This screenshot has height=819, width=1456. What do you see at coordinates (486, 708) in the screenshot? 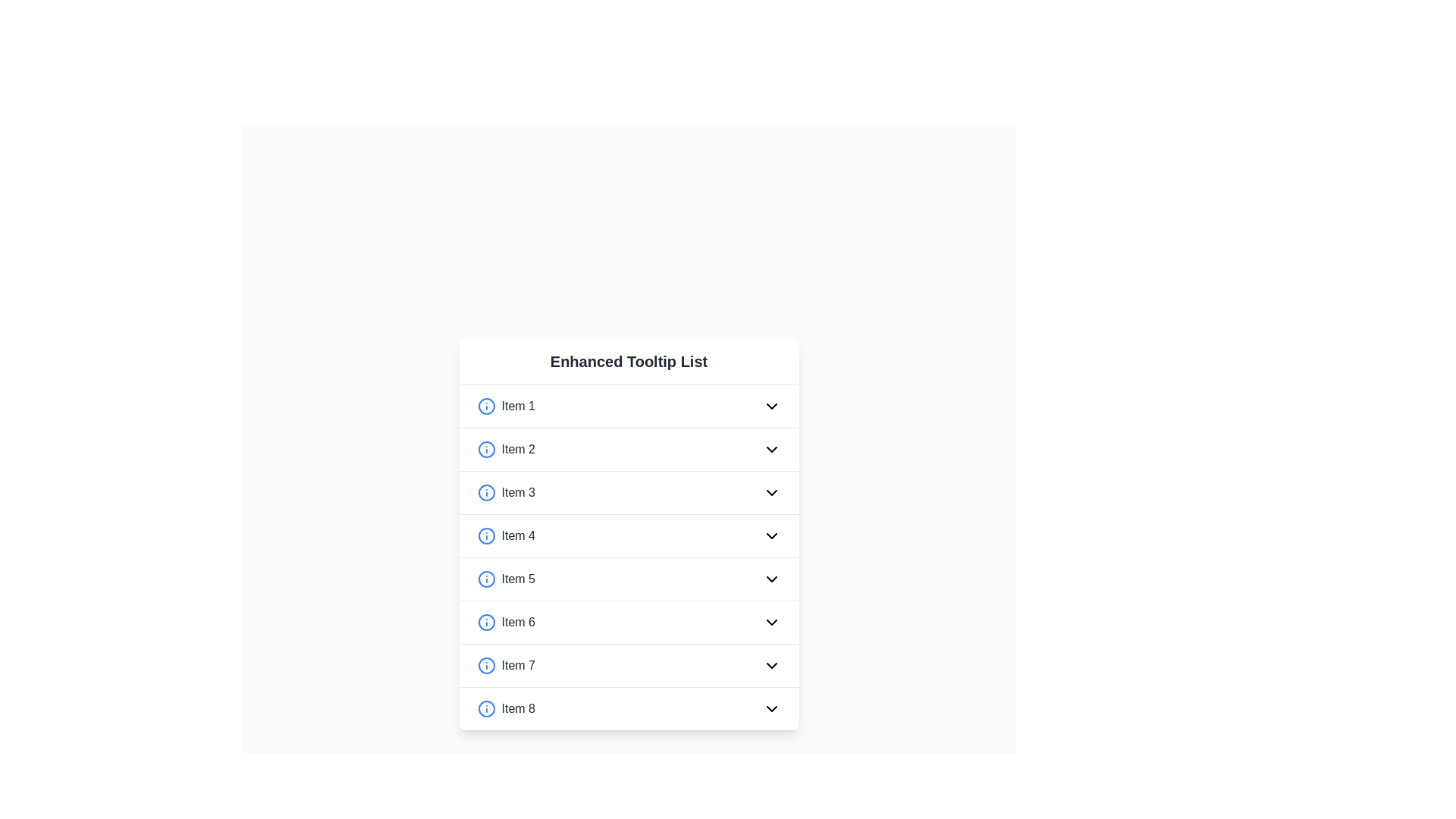
I see `the Informational icon next to 'Item 8' in the 'Enhanced Tooltip List'` at bounding box center [486, 708].